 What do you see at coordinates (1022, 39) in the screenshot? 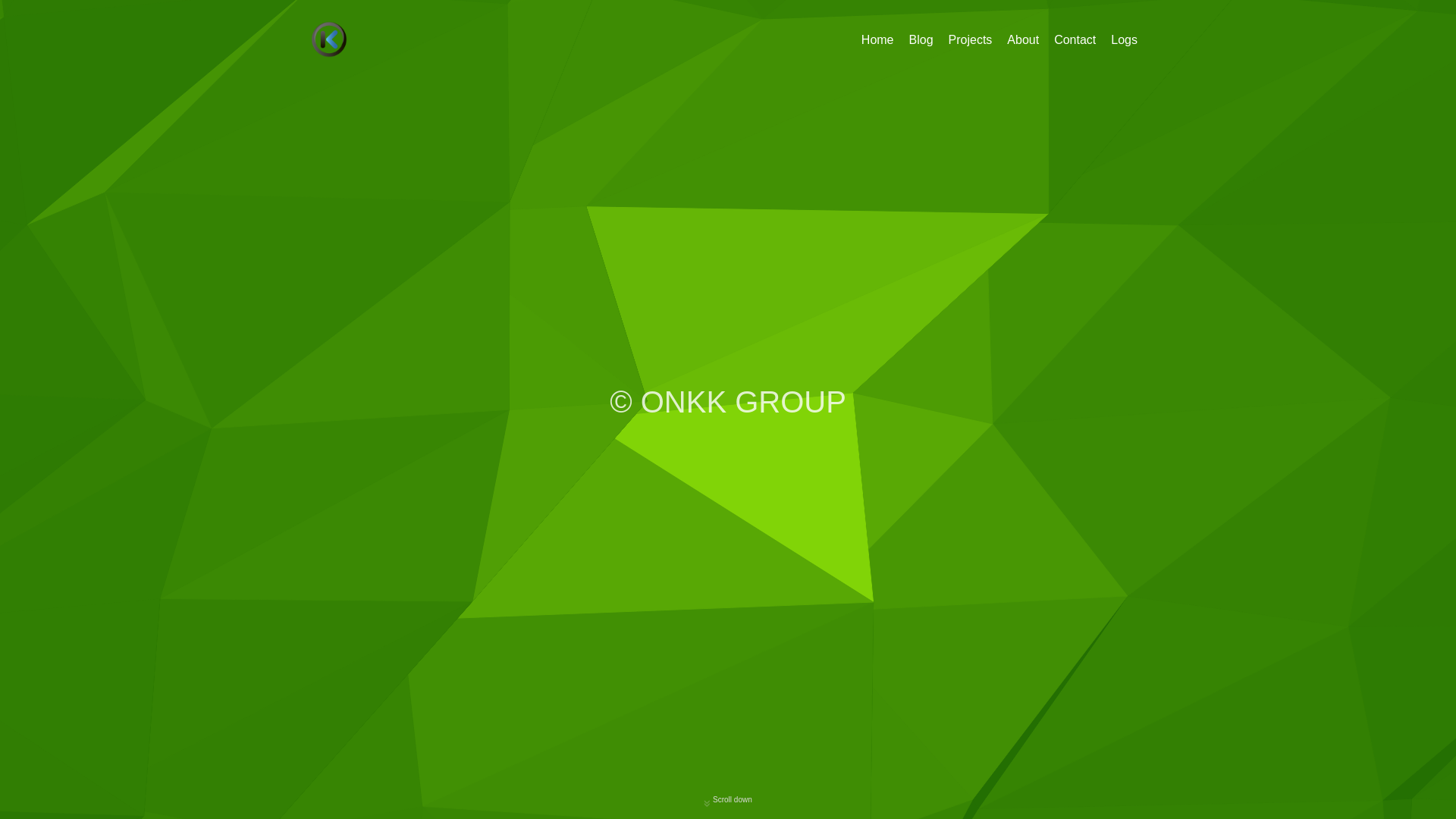
I see `'About'` at bounding box center [1022, 39].